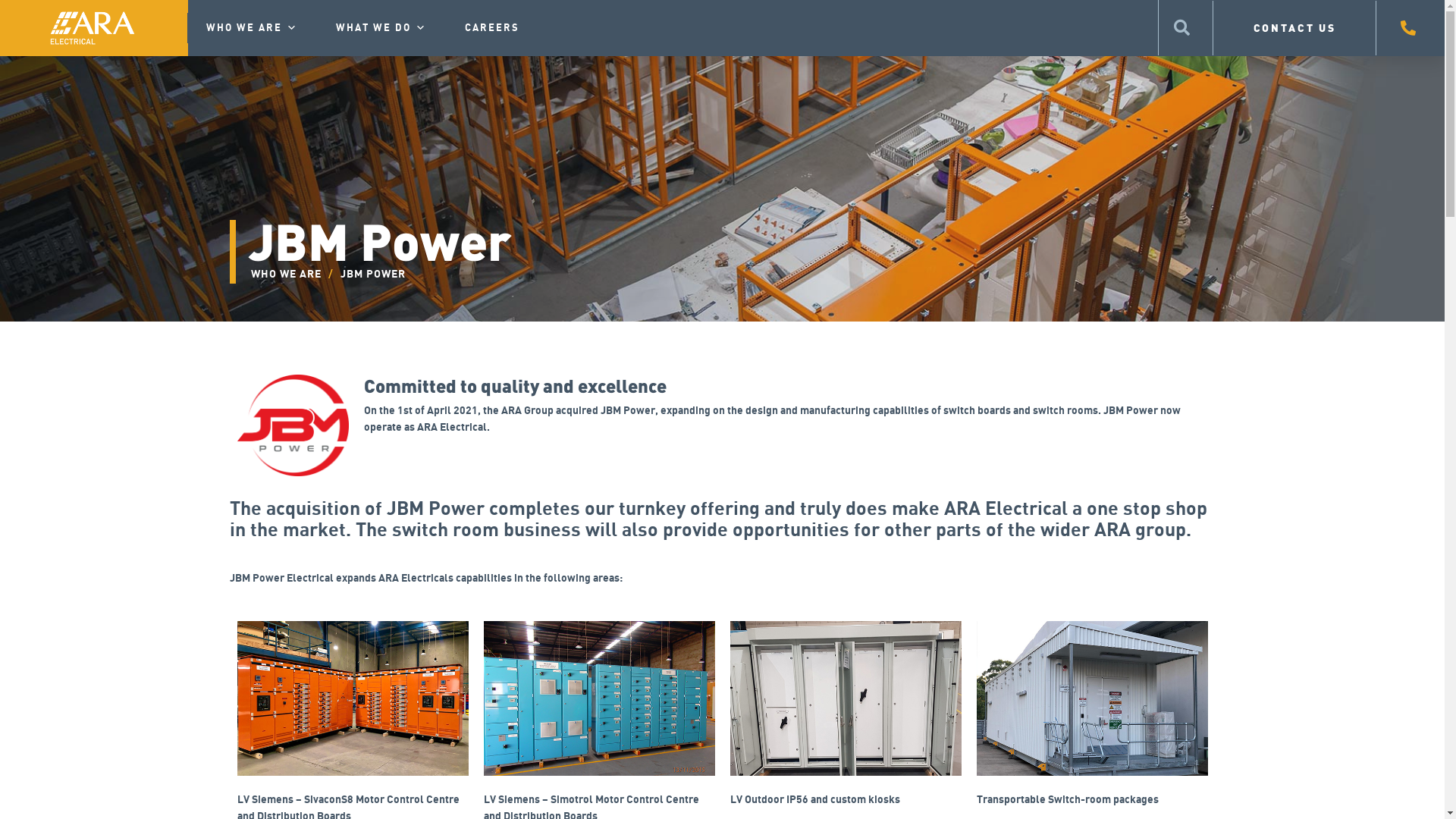  Describe the element at coordinates (186, 28) in the screenshot. I see `'WHO WE ARE'` at that location.